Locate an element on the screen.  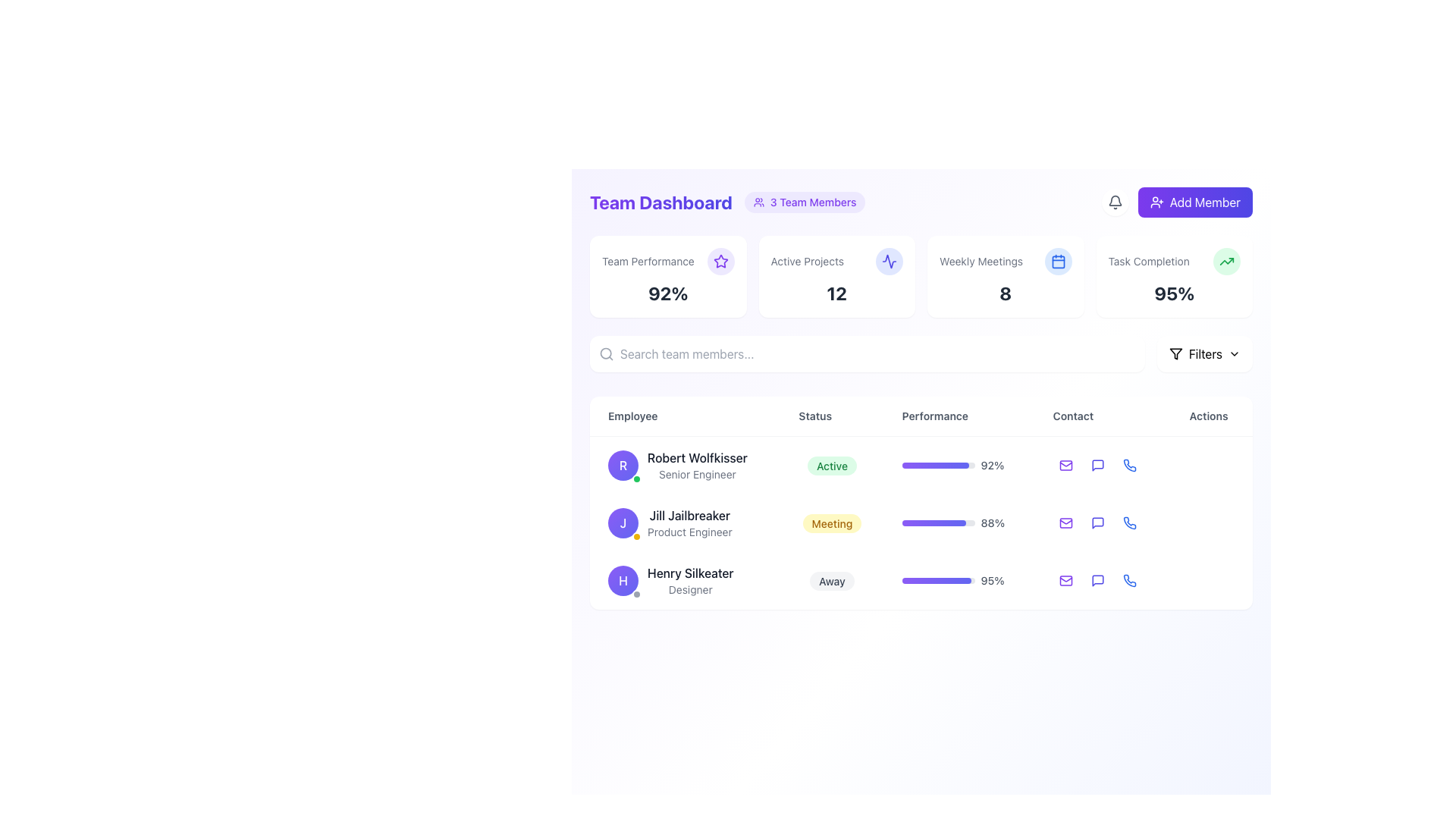
the Header text (Label) that functions as a column label between 'Status' and 'Contact' in the data table is located at coordinates (920, 416).